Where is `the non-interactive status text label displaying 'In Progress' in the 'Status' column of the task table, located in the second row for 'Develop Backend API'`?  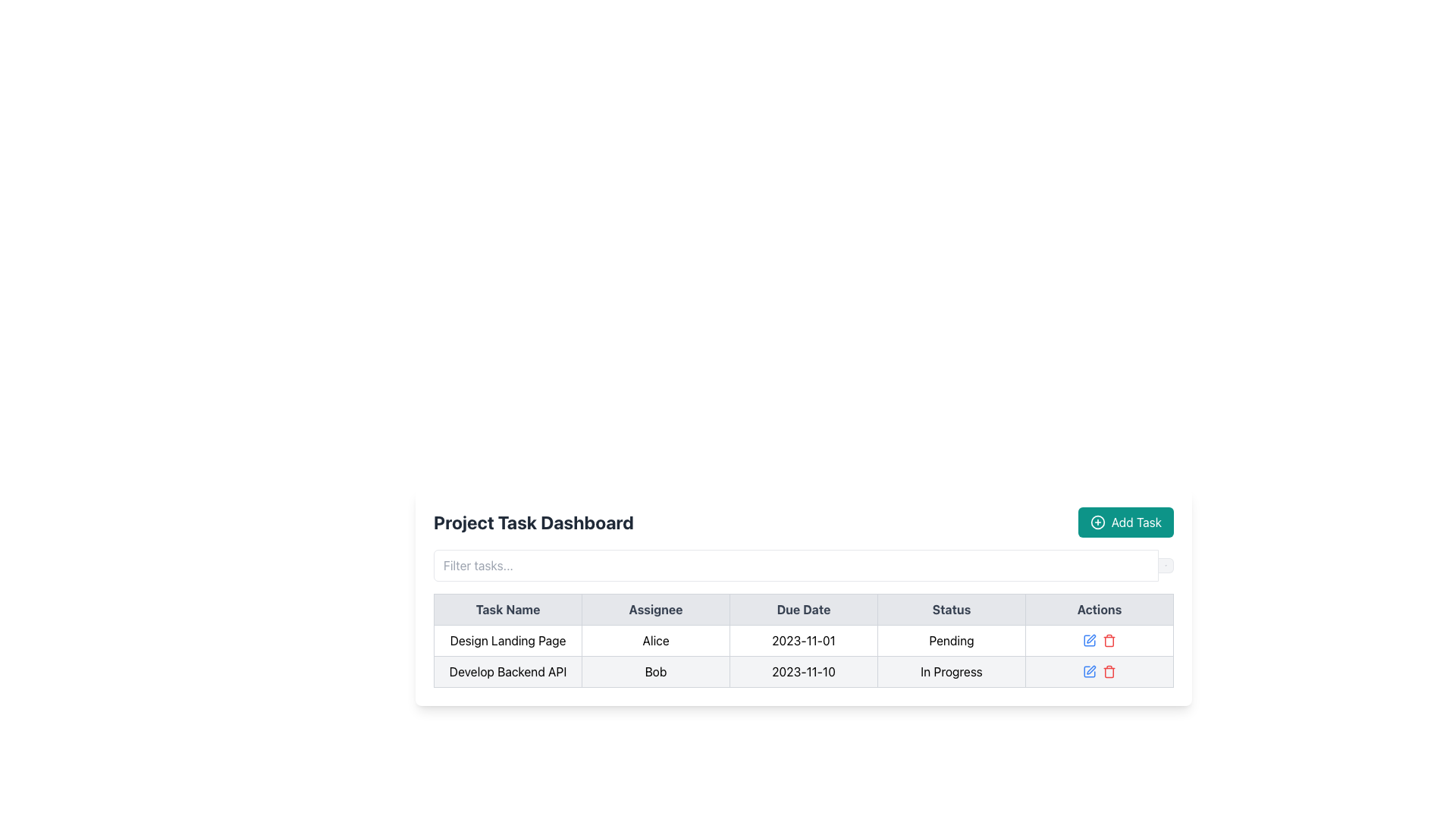
the non-interactive status text label displaying 'In Progress' in the 'Status' column of the task table, located in the second row for 'Develop Backend API' is located at coordinates (950, 671).